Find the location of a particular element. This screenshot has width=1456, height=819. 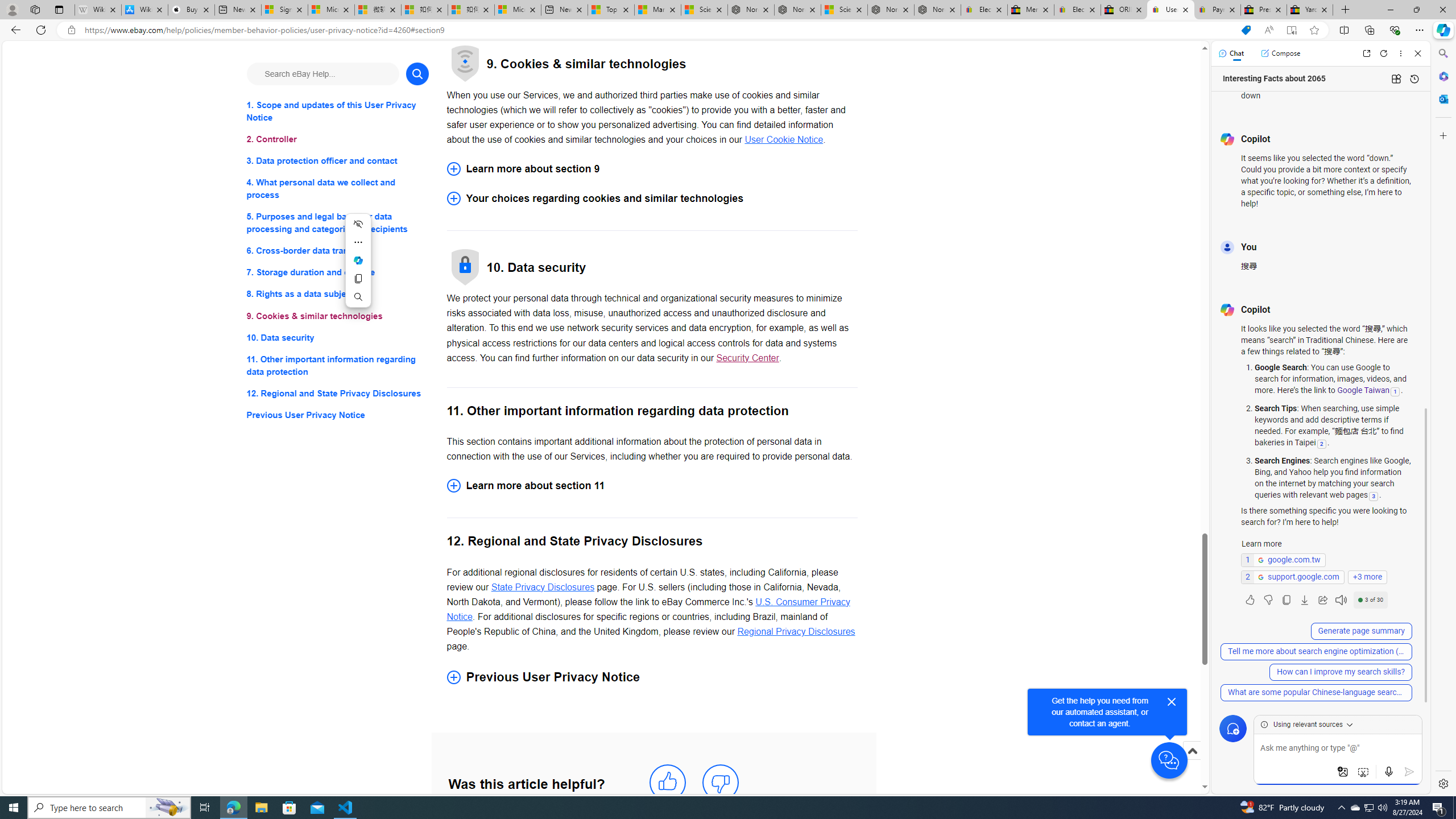

'State Privacy Disclosures - opens in new window or tab' is located at coordinates (542, 586).